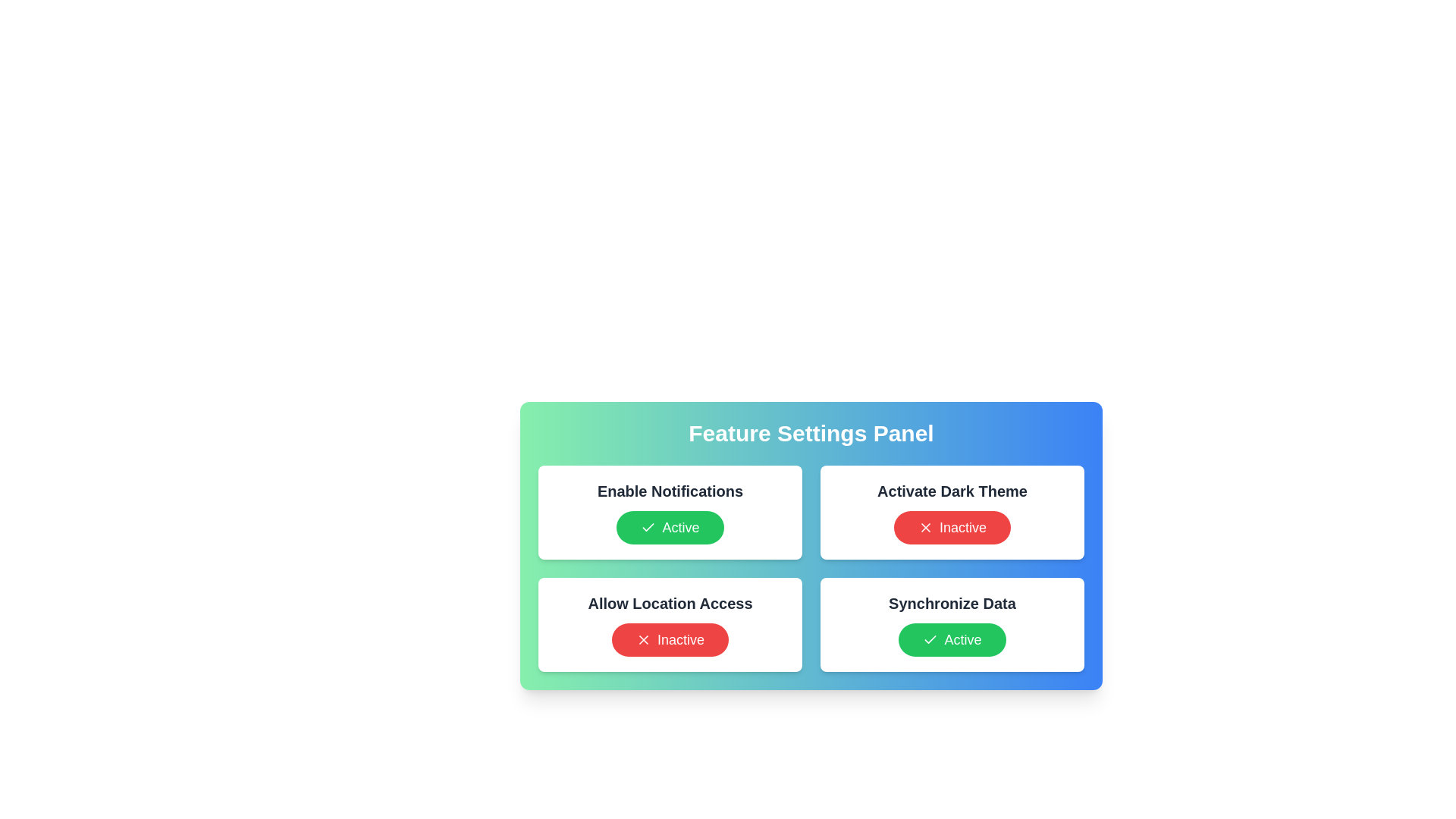 The width and height of the screenshot is (1456, 819). What do you see at coordinates (669, 640) in the screenshot?
I see `the button corresponding to Allow Location Access to toggle its state` at bounding box center [669, 640].